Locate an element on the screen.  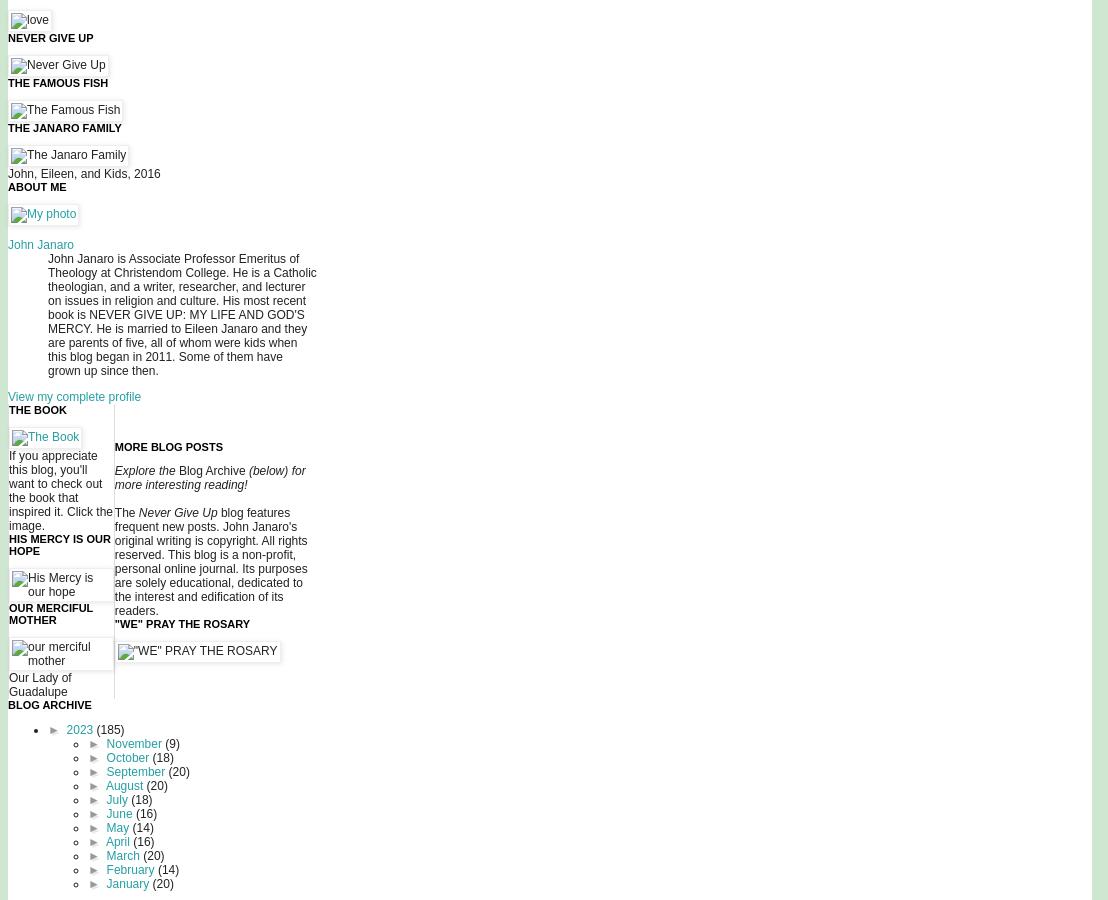
'April' is located at coordinates (105, 842).